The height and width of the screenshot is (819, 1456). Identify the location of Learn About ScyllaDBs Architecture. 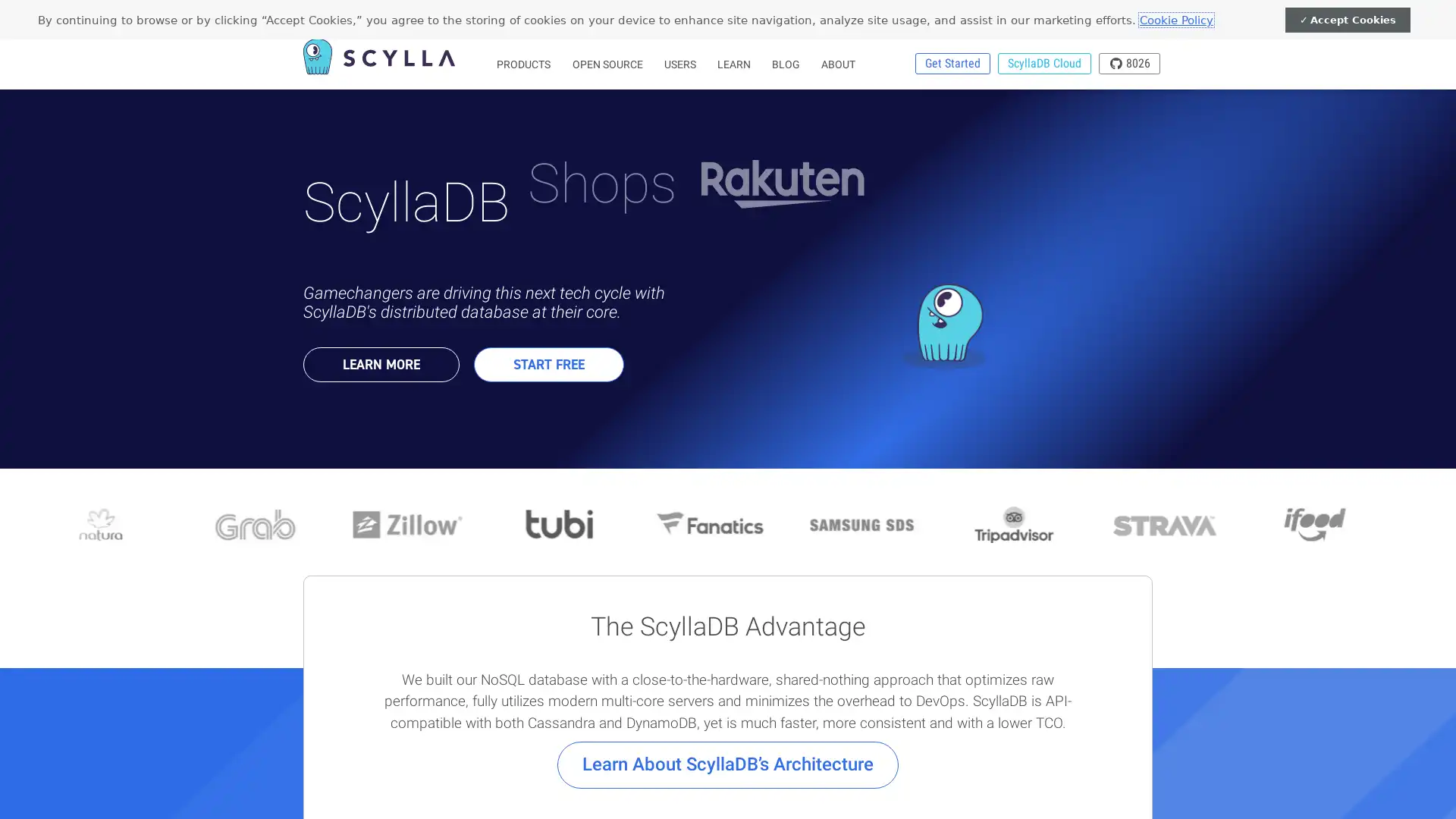
(728, 765).